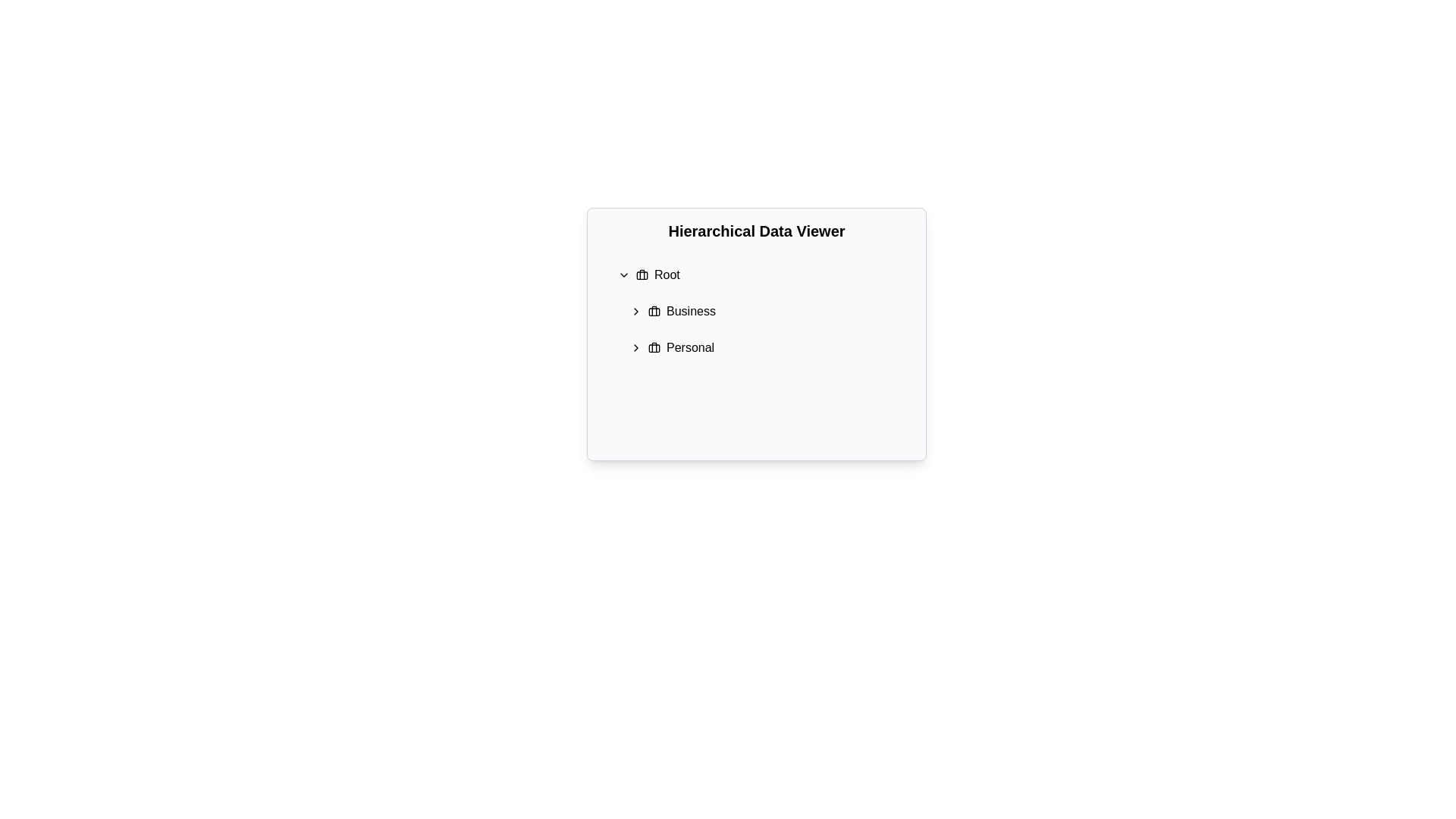 The height and width of the screenshot is (819, 1456). Describe the element at coordinates (636, 311) in the screenshot. I see `the collapsible chevron icon styled with a black outline located next to the 'Business' text` at that location.